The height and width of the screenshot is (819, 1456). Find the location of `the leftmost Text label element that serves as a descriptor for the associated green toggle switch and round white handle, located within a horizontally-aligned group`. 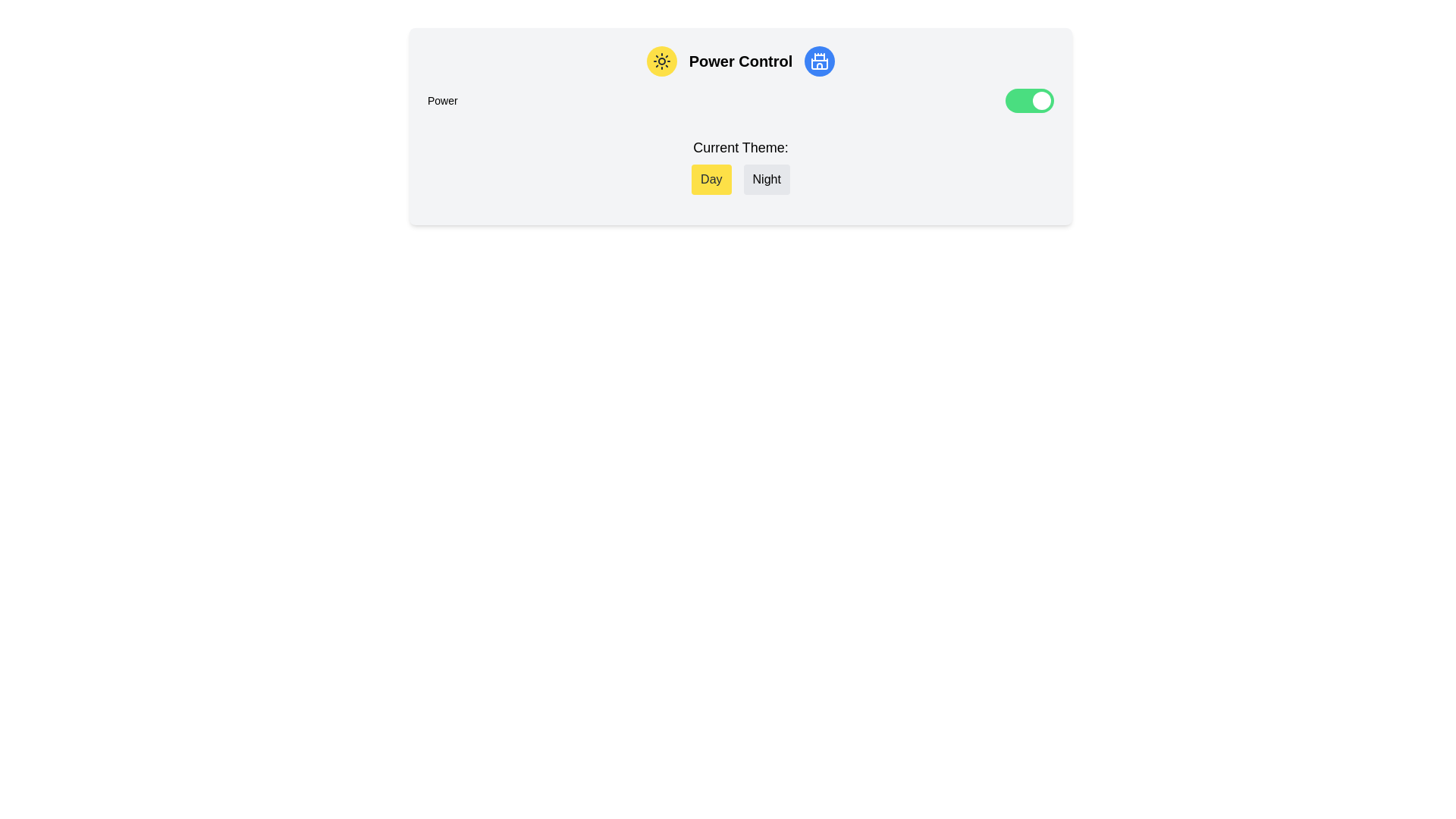

the leftmost Text label element that serves as a descriptor for the associated green toggle switch and round white handle, located within a horizontally-aligned group is located at coordinates (441, 100).